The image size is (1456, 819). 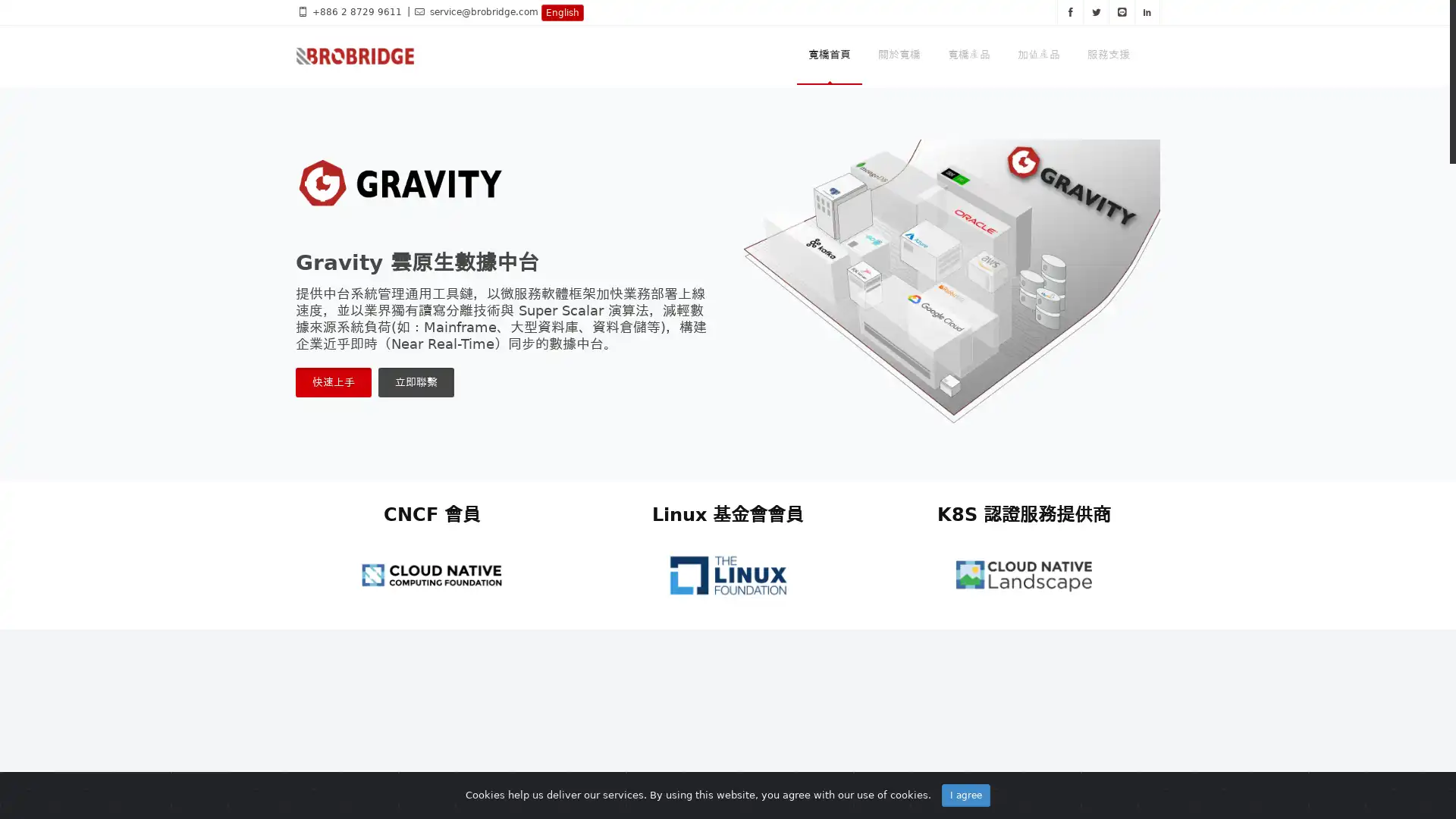 I want to click on English, so click(x=560, y=11).